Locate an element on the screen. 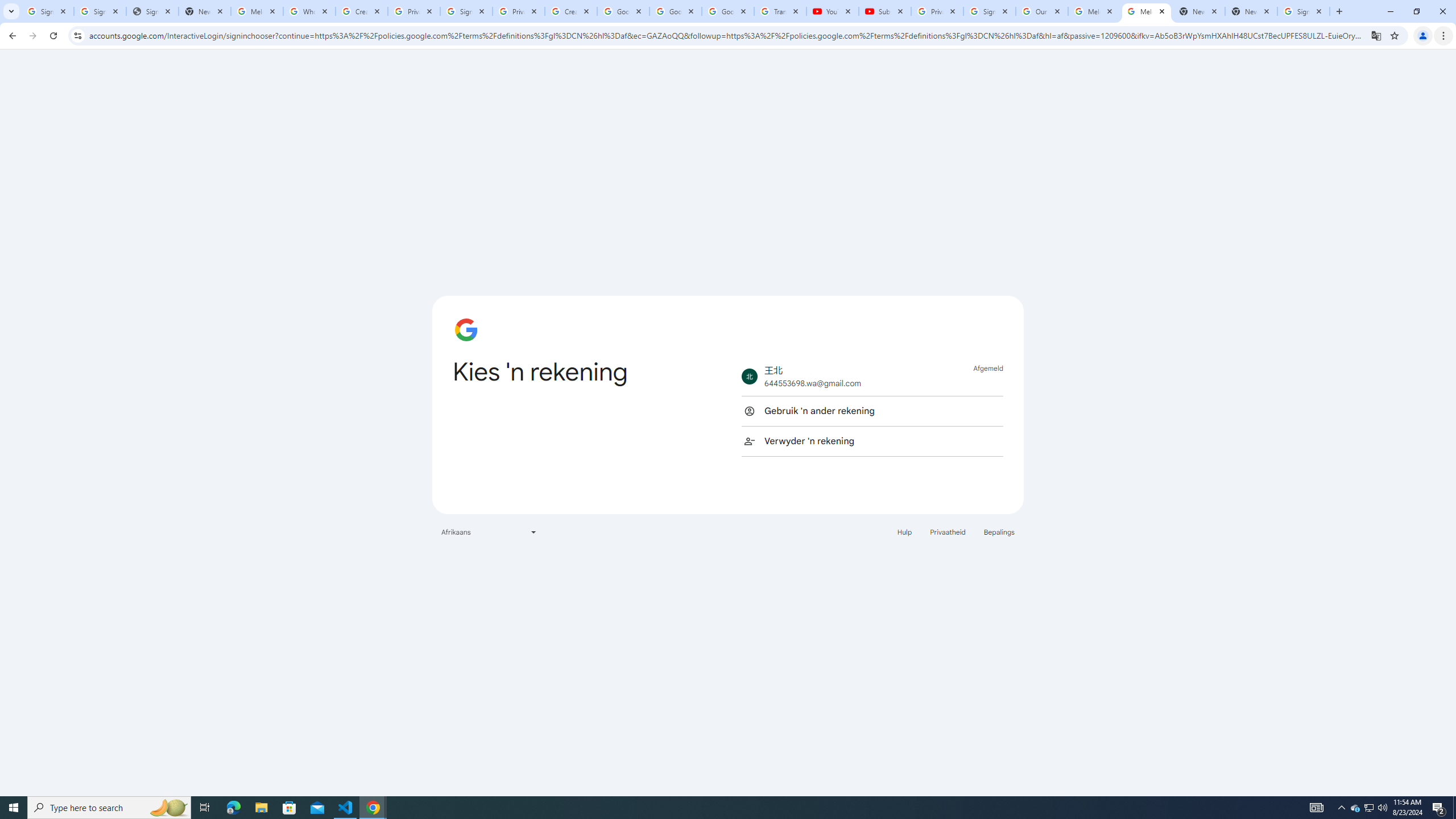  'Sign in - Google Accounts' is located at coordinates (1303, 11).